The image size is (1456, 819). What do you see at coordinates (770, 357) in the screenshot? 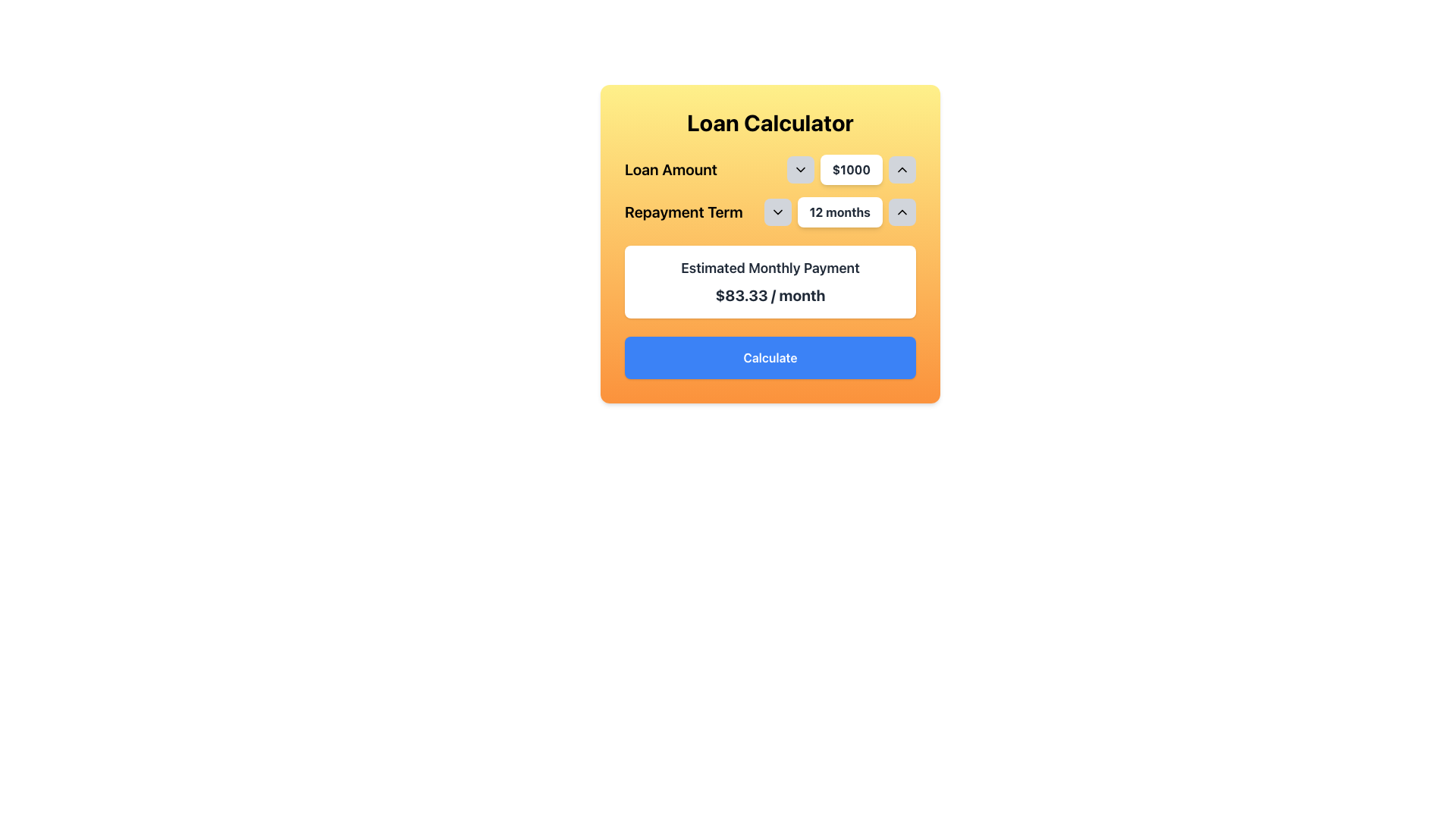
I see `the 'Calculate' button, a blue rectangular button with rounded corners, to change its color` at bounding box center [770, 357].